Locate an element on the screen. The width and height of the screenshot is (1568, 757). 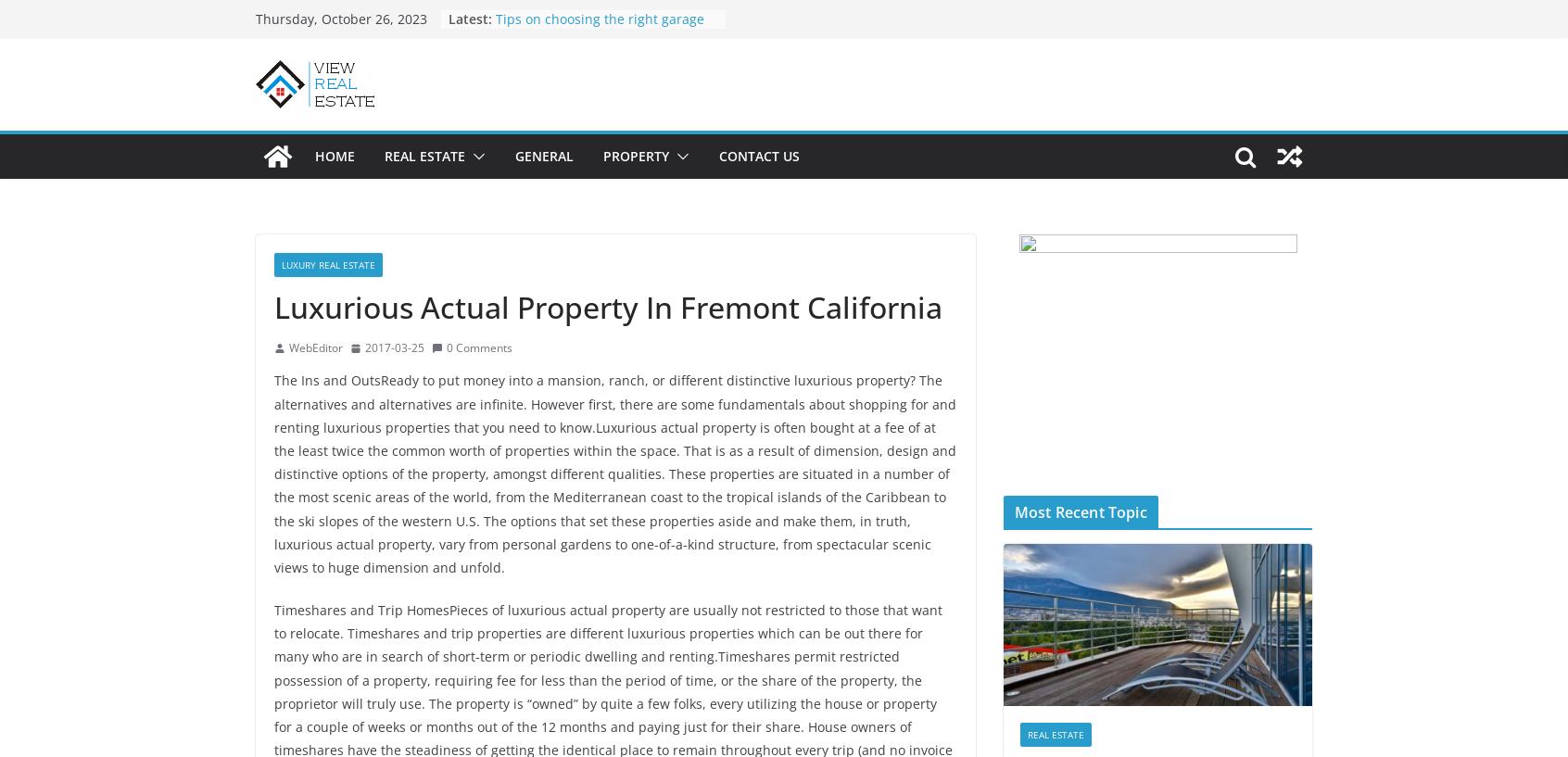
'2017-03-25' is located at coordinates (394, 346).